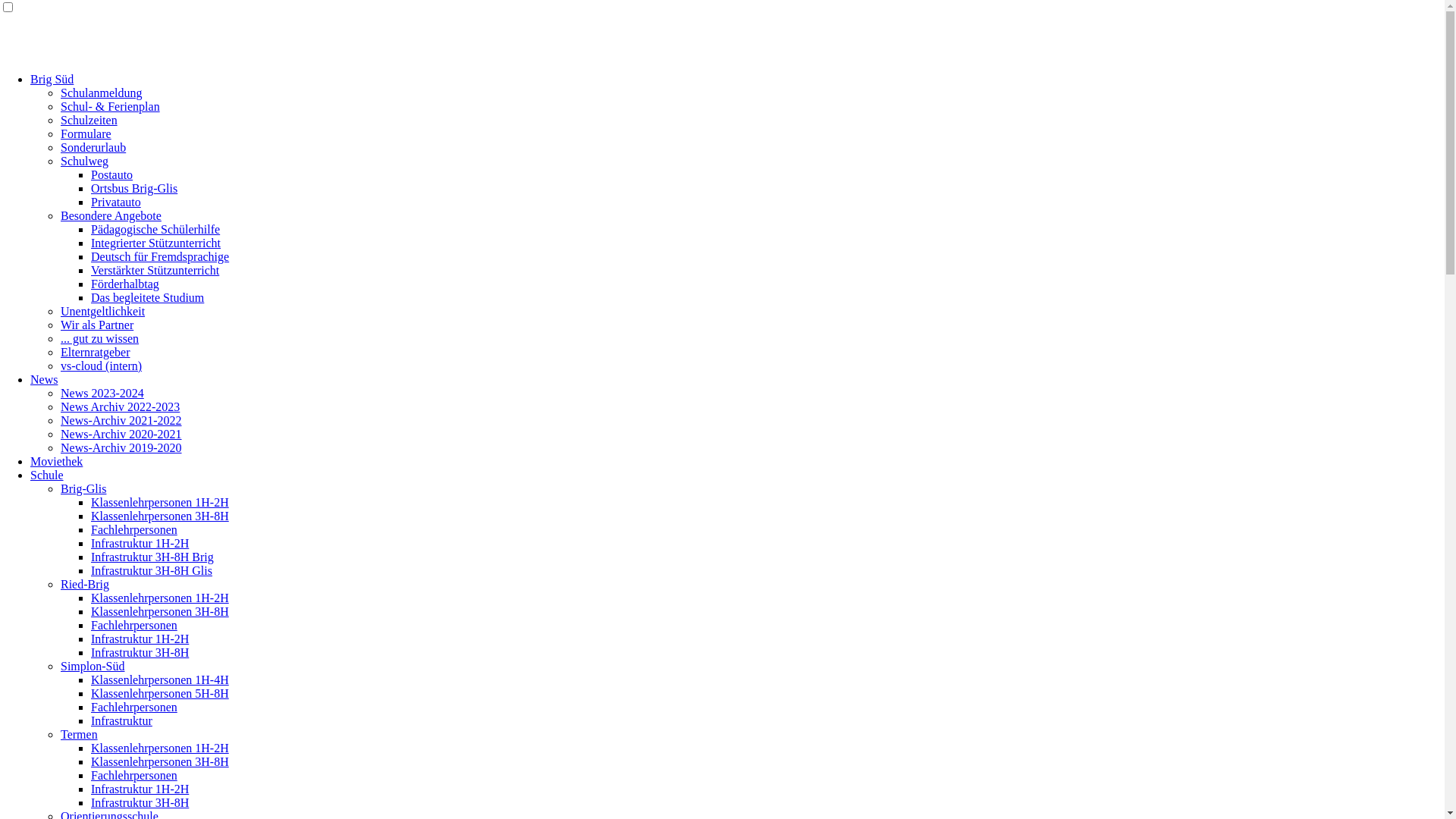  What do you see at coordinates (147, 297) in the screenshot?
I see `'Das begleitete Studium'` at bounding box center [147, 297].